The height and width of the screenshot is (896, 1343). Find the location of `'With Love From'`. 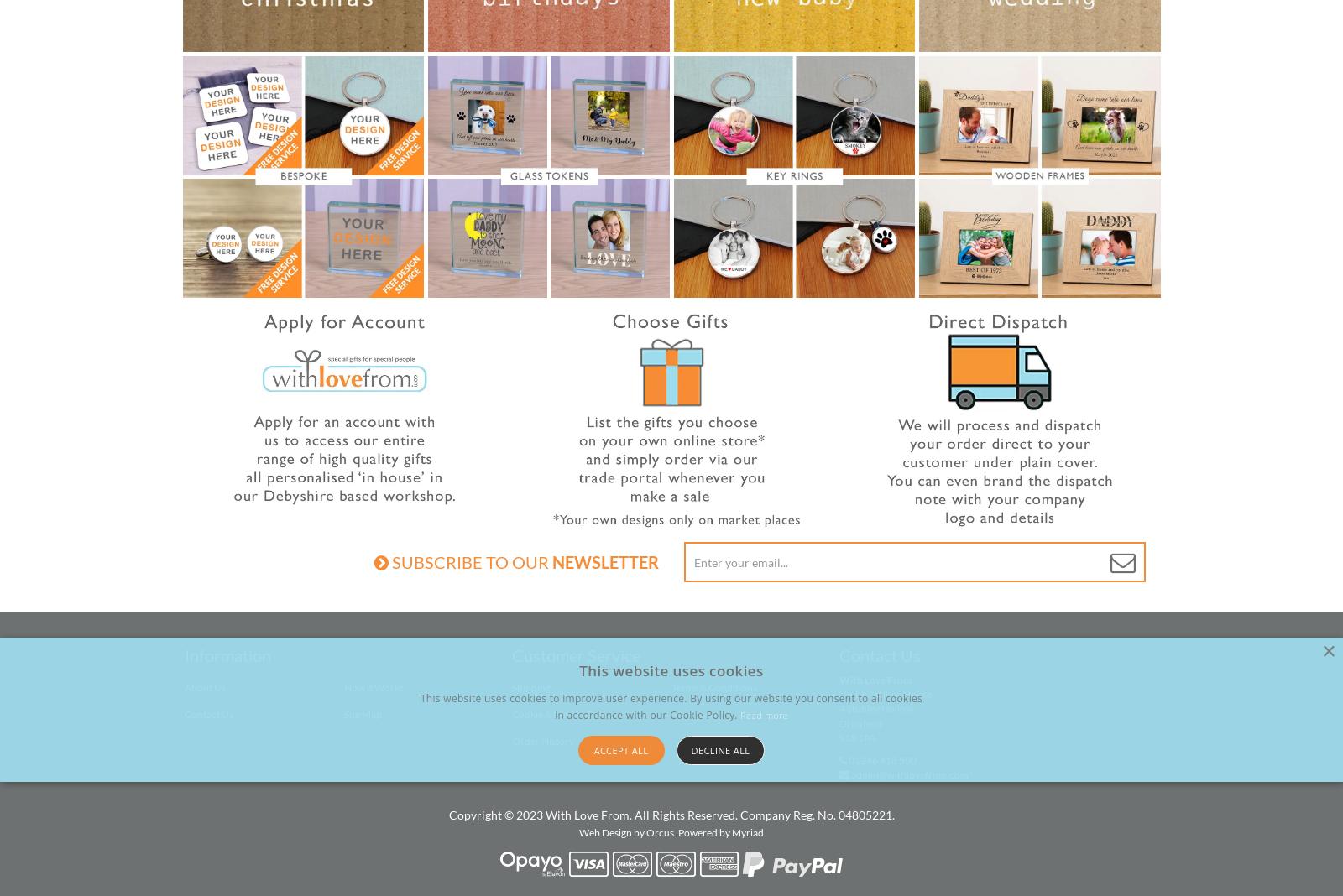

'With Love From' is located at coordinates (875, 679).